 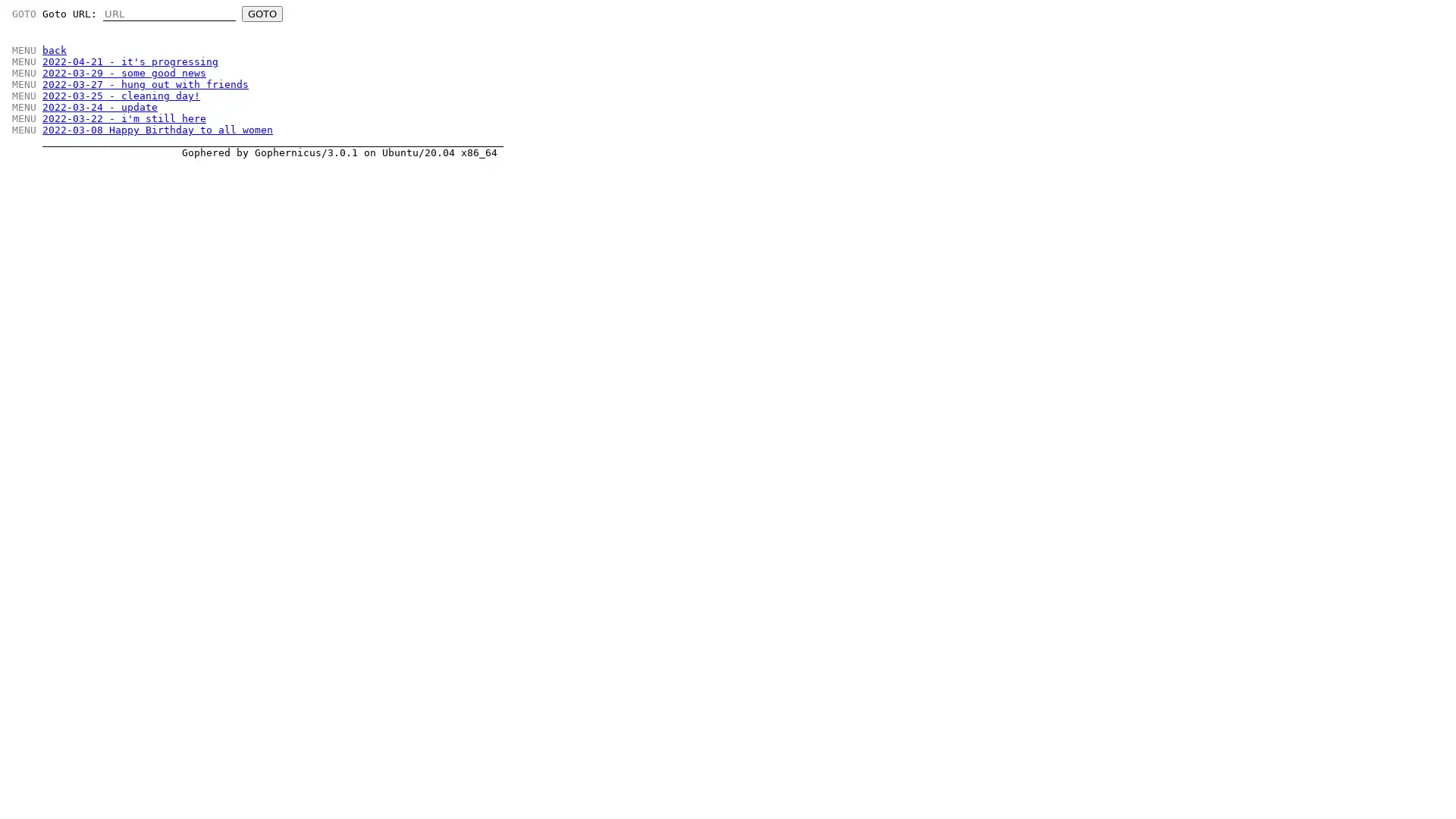 I want to click on GOTO, so click(x=262, y=14).